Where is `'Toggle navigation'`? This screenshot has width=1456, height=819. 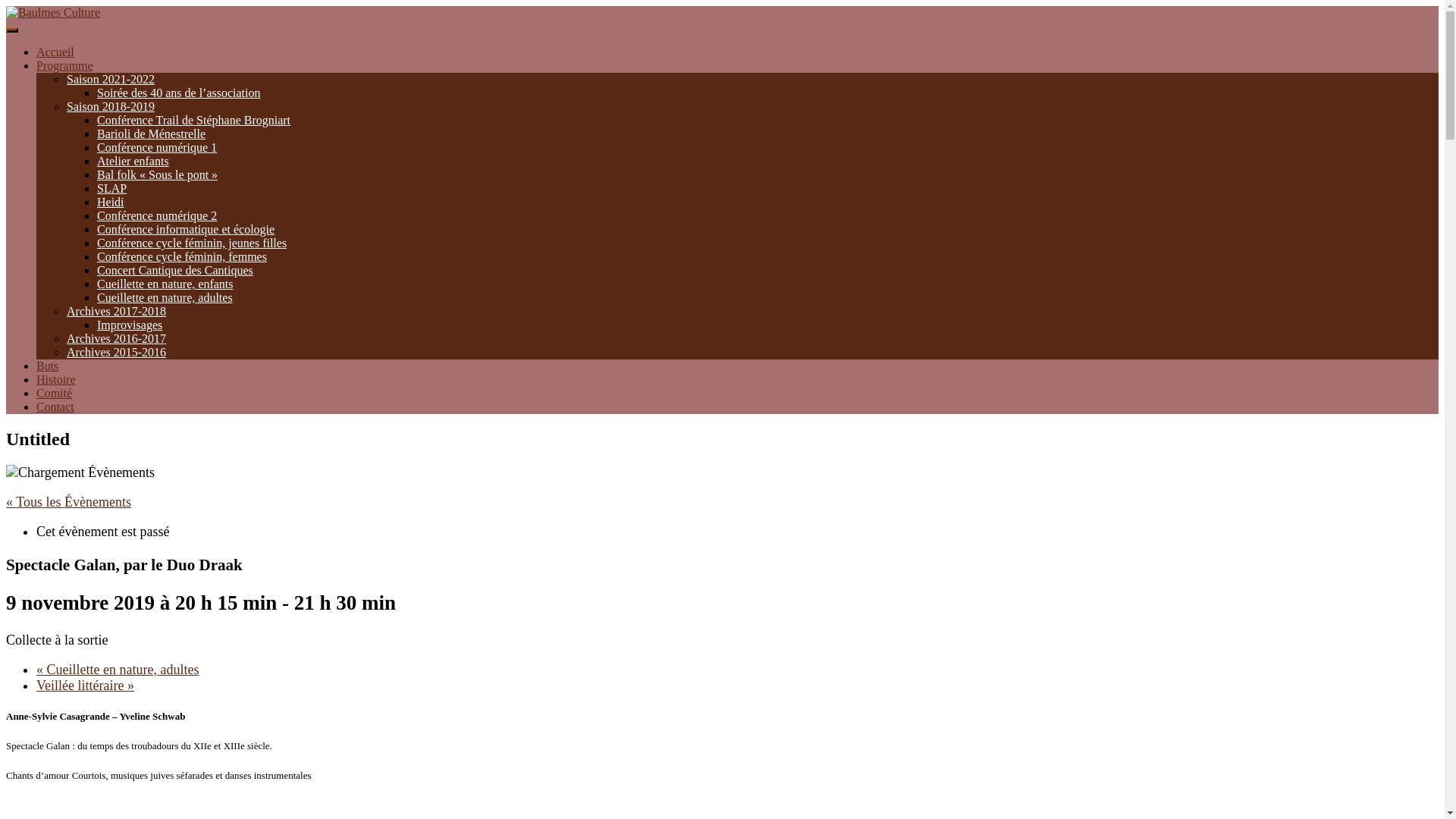 'Toggle navigation' is located at coordinates (11, 30).